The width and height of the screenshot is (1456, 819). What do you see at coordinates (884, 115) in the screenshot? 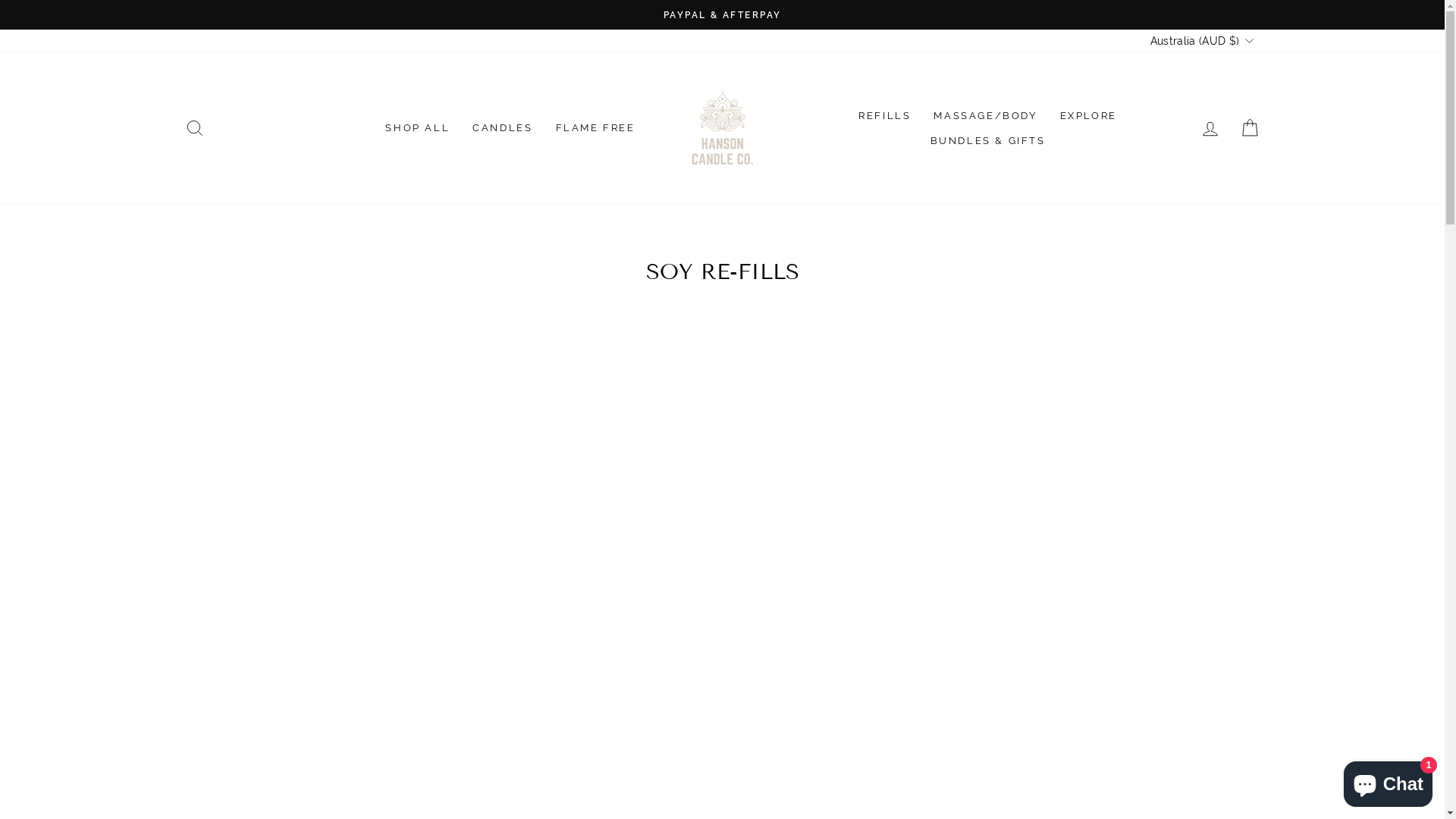
I see `'REFILLS'` at bounding box center [884, 115].